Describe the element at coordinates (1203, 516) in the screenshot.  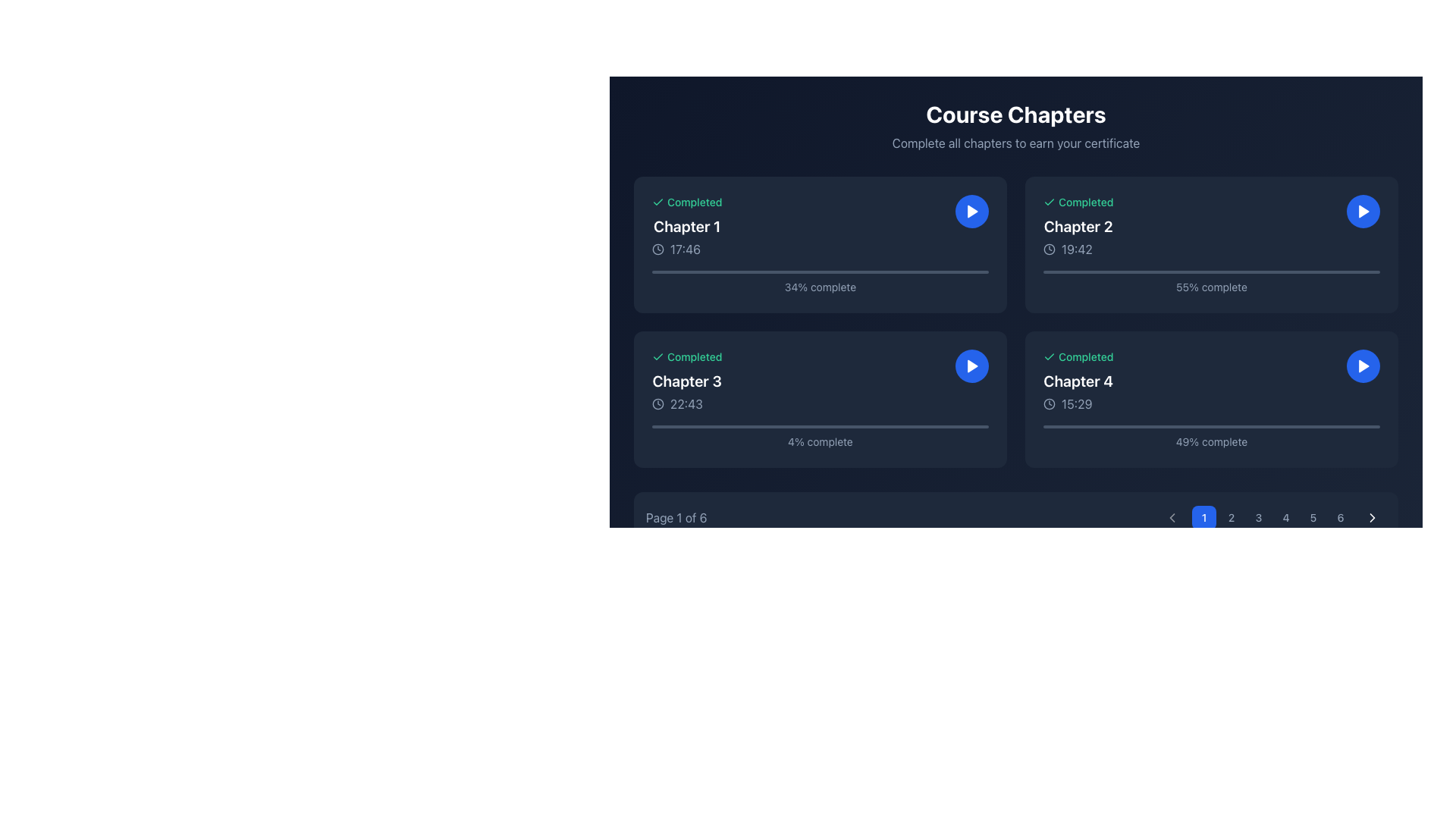
I see `the small square button with rounded corners, blue background, and white text displaying '1'` at that location.